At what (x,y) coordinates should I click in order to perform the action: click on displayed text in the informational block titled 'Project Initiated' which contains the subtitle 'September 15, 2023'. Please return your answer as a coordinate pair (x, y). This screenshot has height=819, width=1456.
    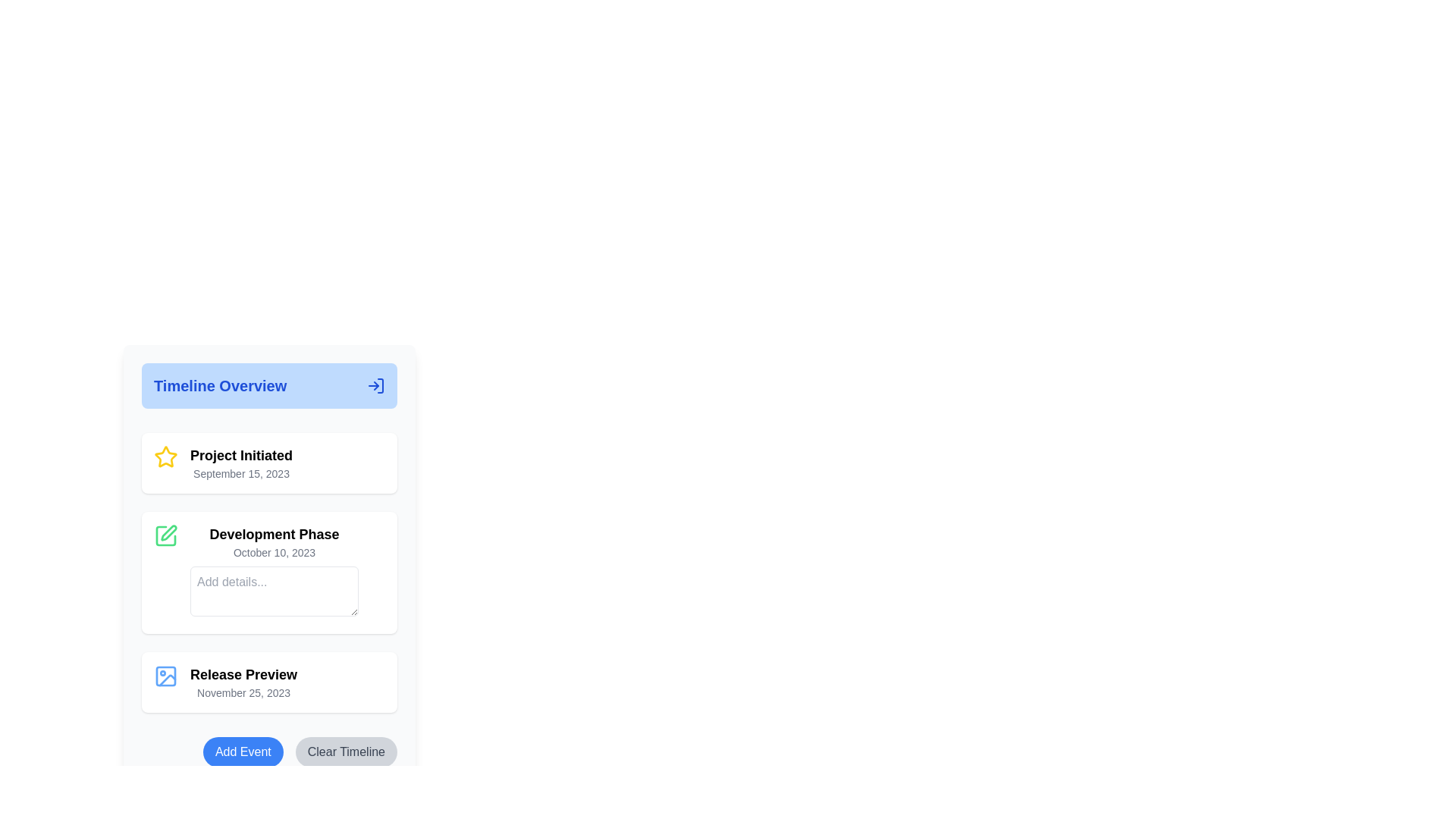
    Looking at the image, I should click on (240, 462).